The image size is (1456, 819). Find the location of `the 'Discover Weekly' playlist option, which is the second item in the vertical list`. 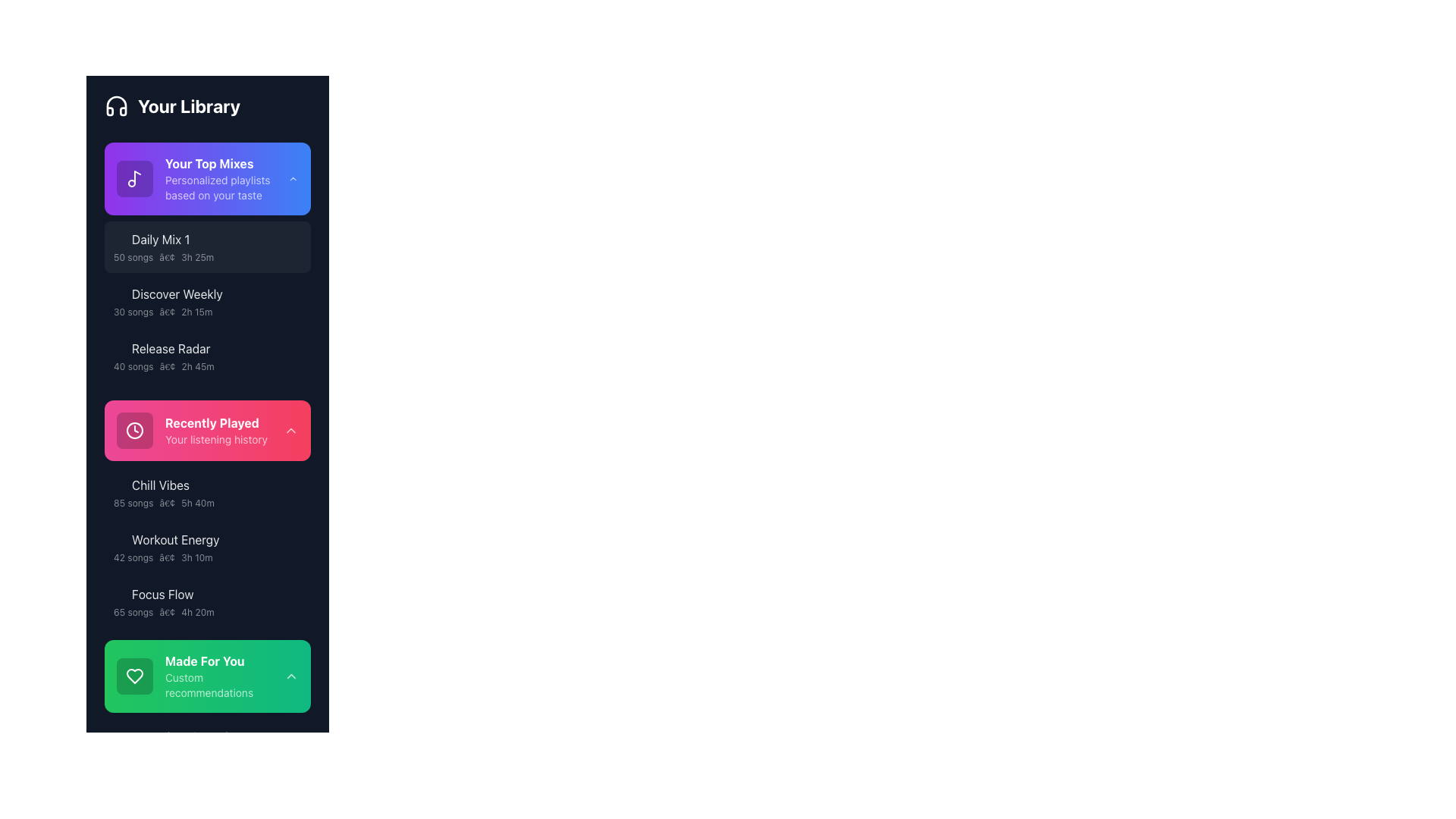

the 'Discover Weekly' playlist option, which is the second item in the vertical list is located at coordinates (206, 301).